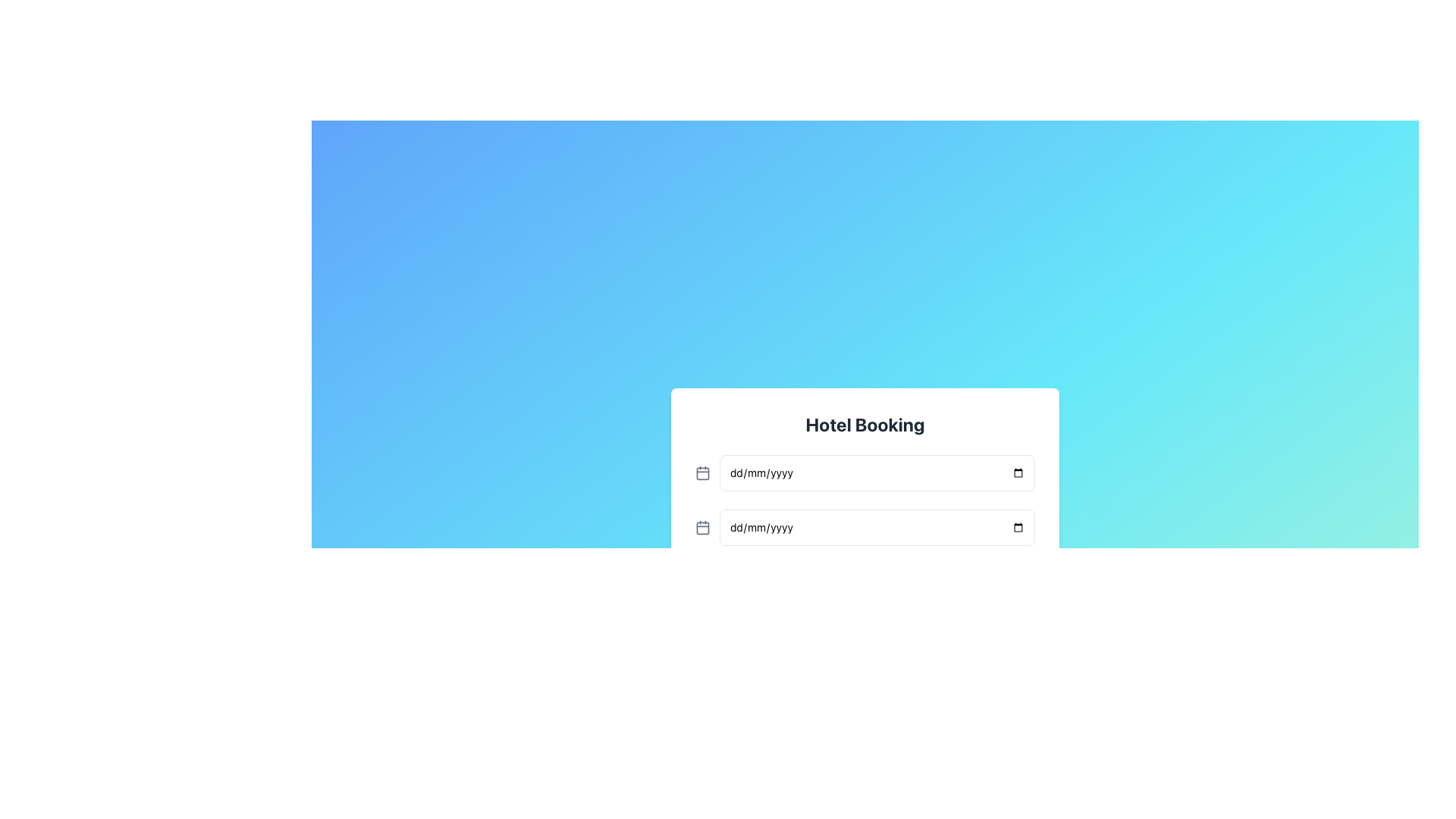 The height and width of the screenshot is (819, 1456). Describe the element at coordinates (865, 424) in the screenshot. I see `the Text Label that serves as the title for the booking section, indicating its purpose related to 'Hotel Booking'` at that location.